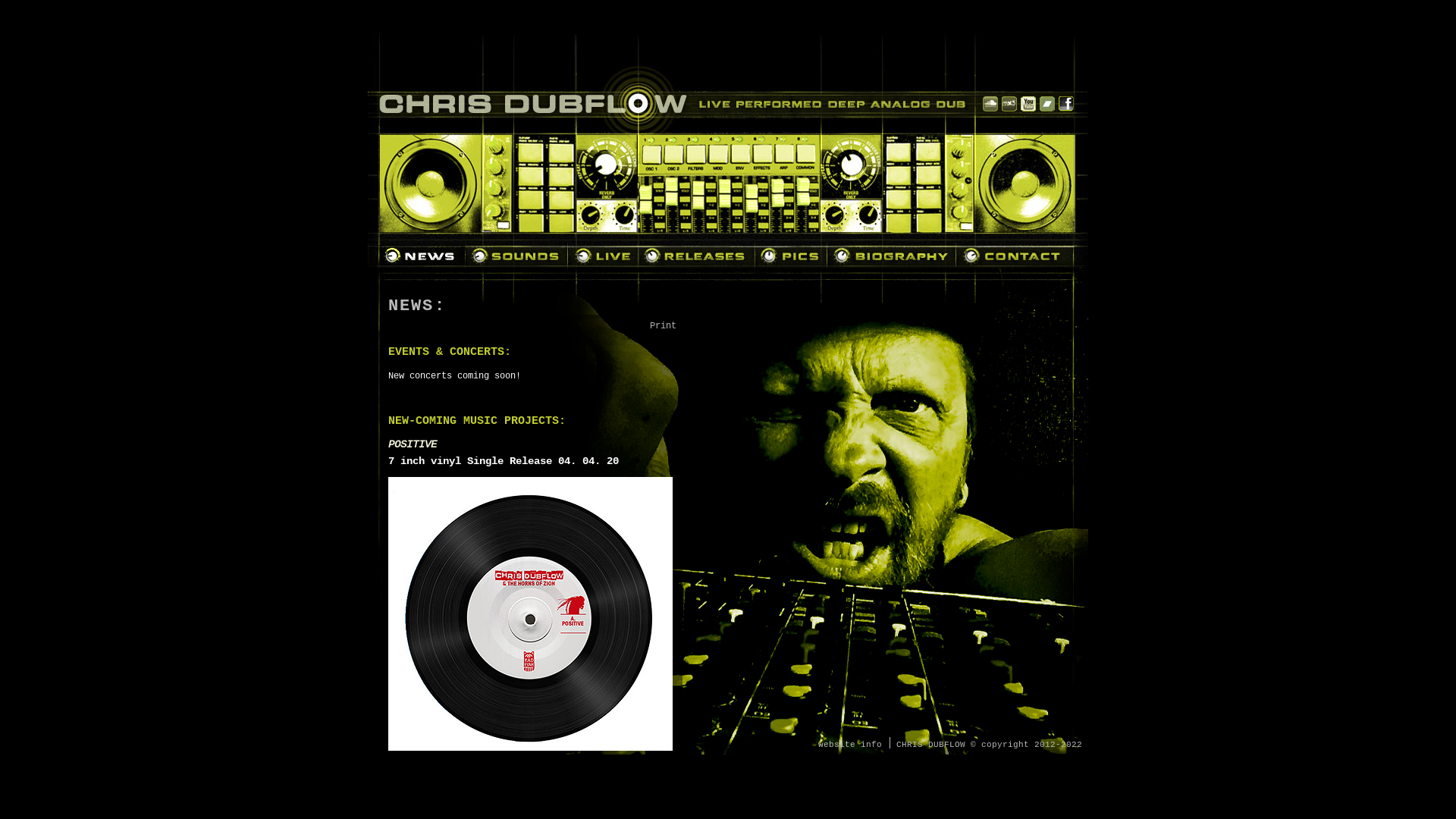 The image size is (1456, 819). What do you see at coordinates (1039, 103) in the screenshot?
I see `'BANDCAMP'` at bounding box center [1039, 103].